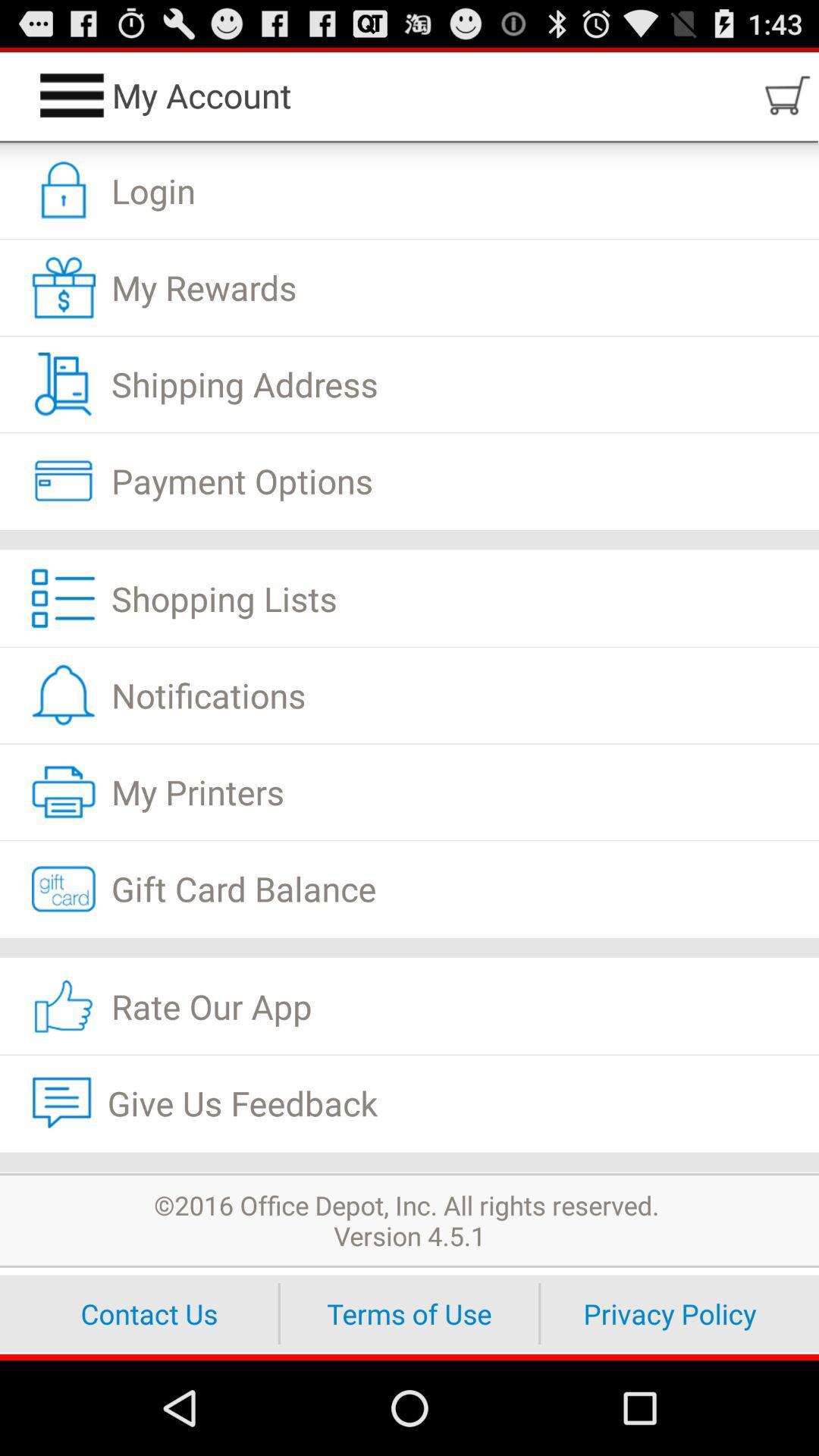 The image size is (819, 1456). What do you see at coordinates (149, 1313) in the screenshot?
I see `the contact us item` at bounding box center [149, 1313].